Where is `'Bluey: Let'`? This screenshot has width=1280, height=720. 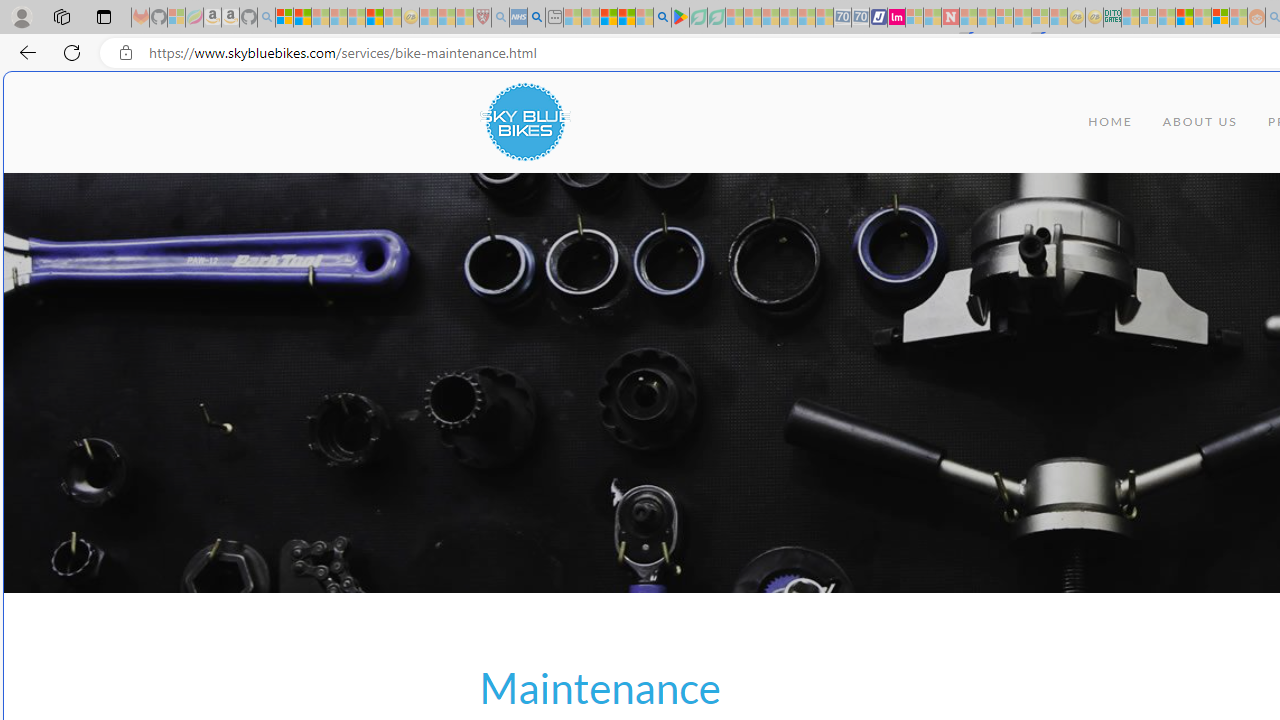 'Bluey: Let' is located at coordinates (680, 17).